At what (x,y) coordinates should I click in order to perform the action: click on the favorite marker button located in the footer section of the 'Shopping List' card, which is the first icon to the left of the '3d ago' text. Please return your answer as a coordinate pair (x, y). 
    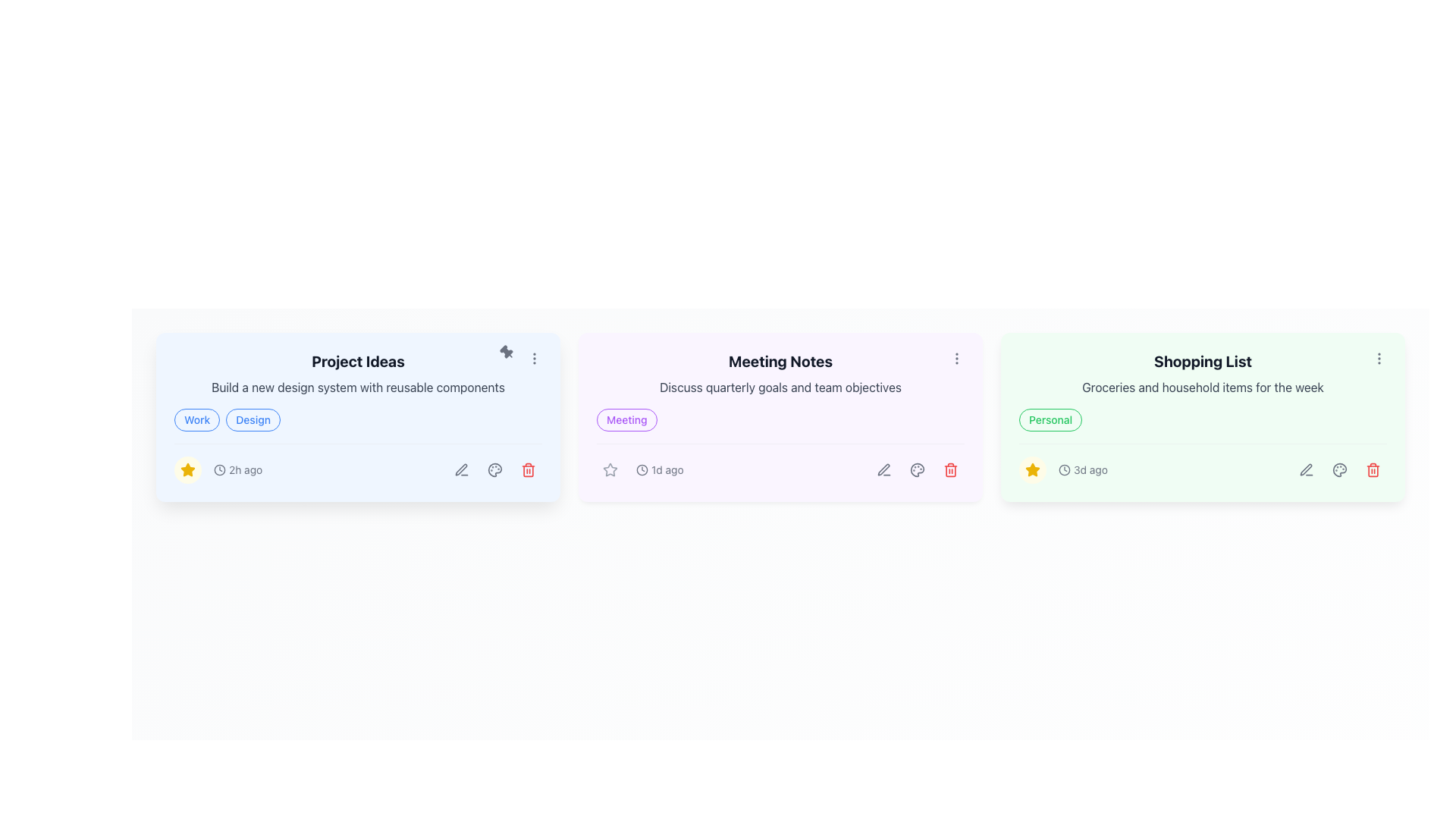
    Looking at the image, I should click on (1032, 469).